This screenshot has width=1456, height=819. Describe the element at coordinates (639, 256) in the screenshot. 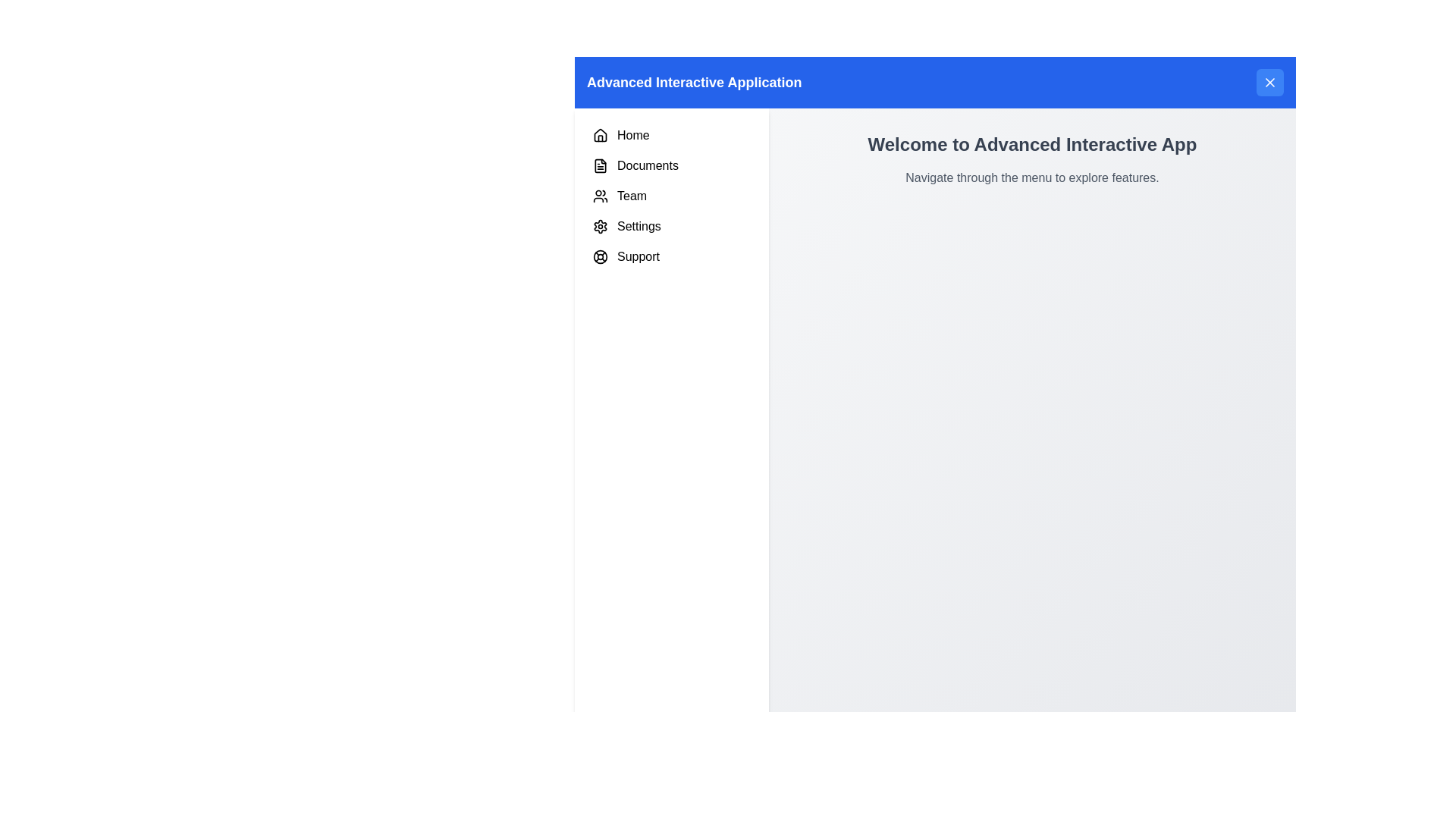

I see `the non-interactive text label 'Support' located at the bottom of the sidebar menu, directly below the 'Settings' label` at that location.